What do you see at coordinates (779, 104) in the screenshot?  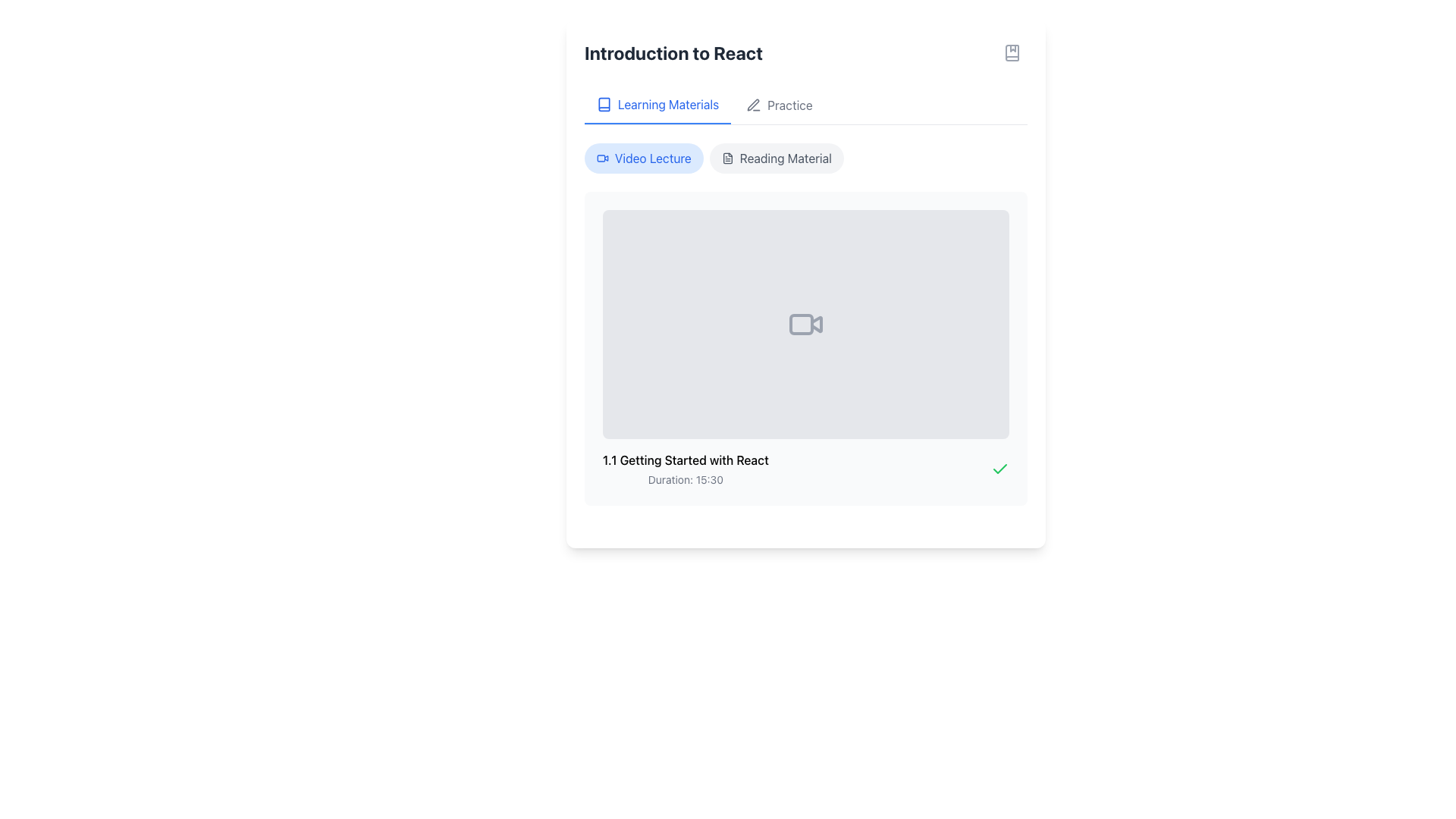 I see `the second navigation button labeled 'Practice' in the horizontal navigation bar` at bounding box center [779, 104].